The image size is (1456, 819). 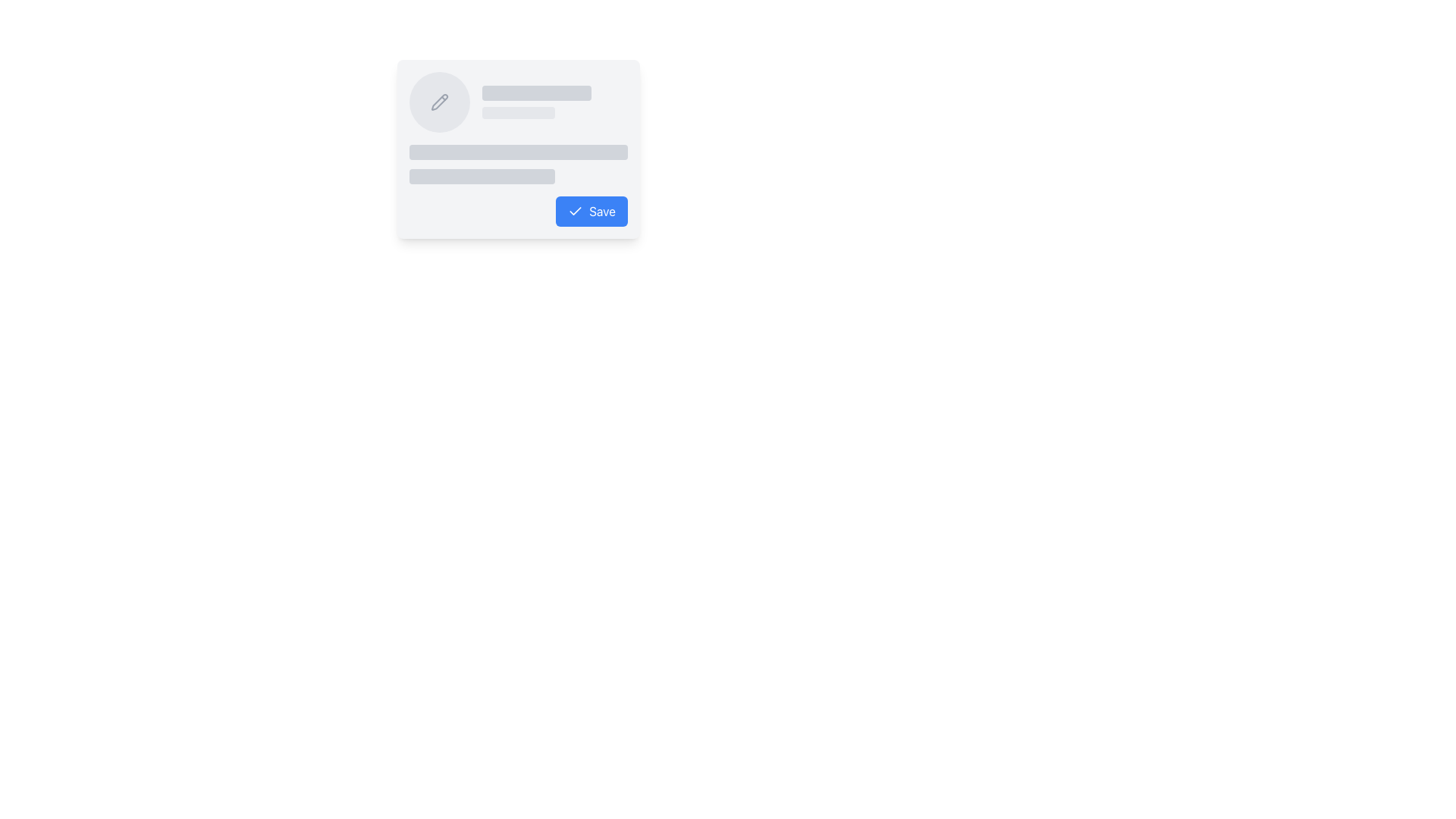 What do you see at coordinates (439, 102) in the screenshot?
I see `the gray pencil icon representing an edit action, located in the top-left corner of a card-like structure` at bounding box center [439, 102].